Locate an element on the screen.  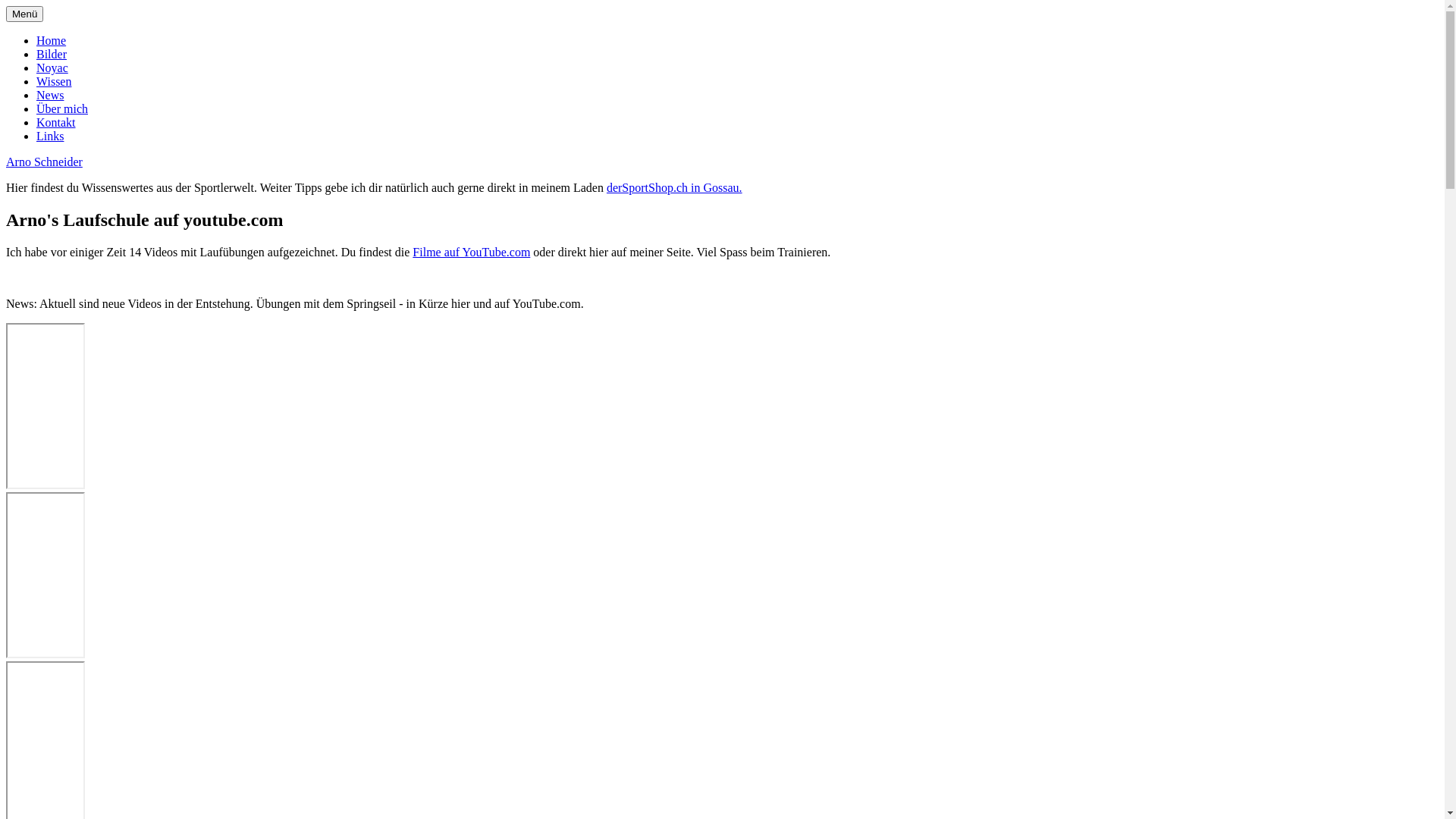
'Home' is located at coordinates (51, 39).